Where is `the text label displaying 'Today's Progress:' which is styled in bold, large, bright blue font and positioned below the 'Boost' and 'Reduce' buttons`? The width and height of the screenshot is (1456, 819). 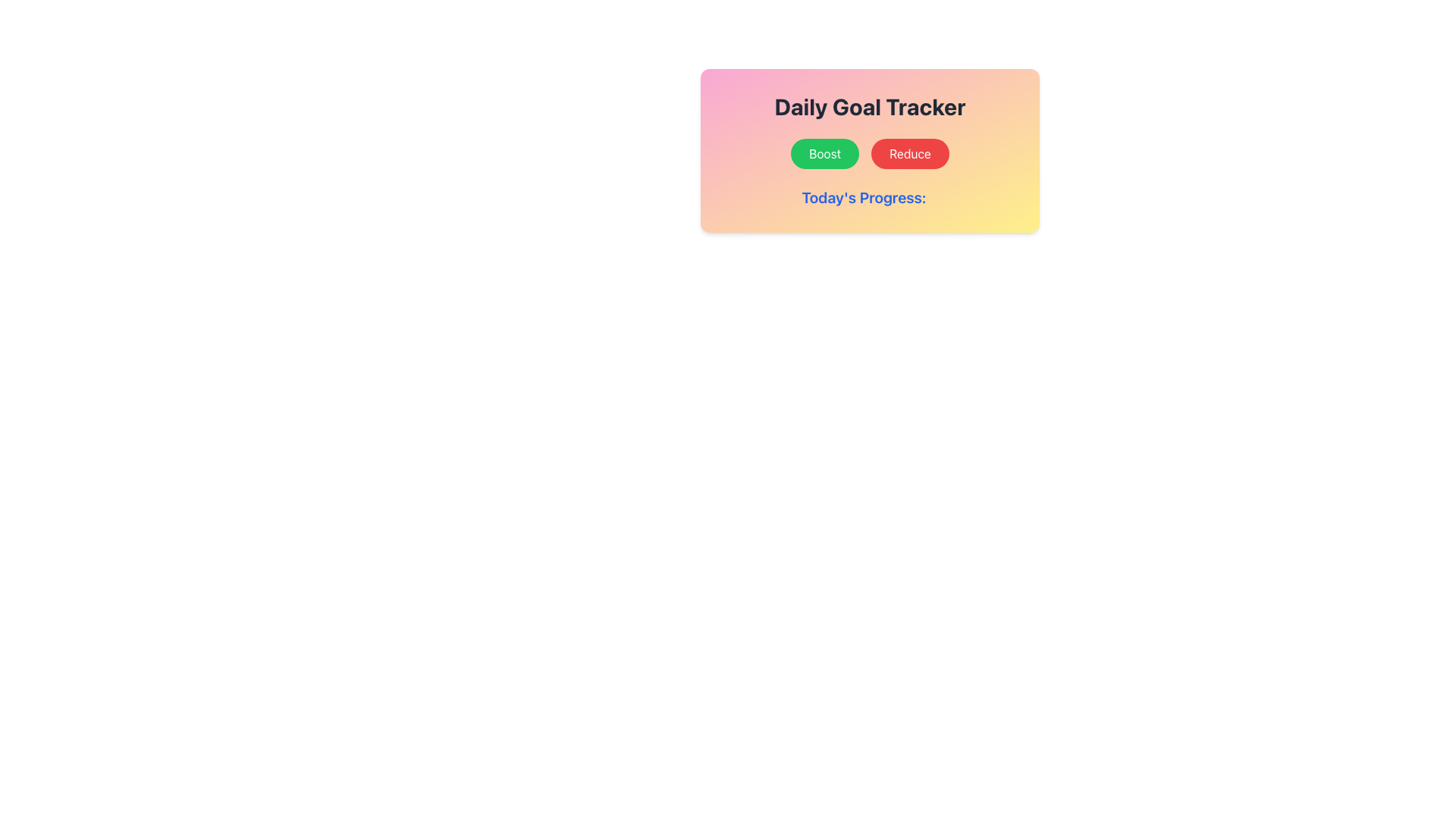 the text label displaying 'Today's Progress:' which is styled in bold, large, bright blue font and positioned below the 'Boost' and 'Reduce' buttons is located at coordinates (864, 197).